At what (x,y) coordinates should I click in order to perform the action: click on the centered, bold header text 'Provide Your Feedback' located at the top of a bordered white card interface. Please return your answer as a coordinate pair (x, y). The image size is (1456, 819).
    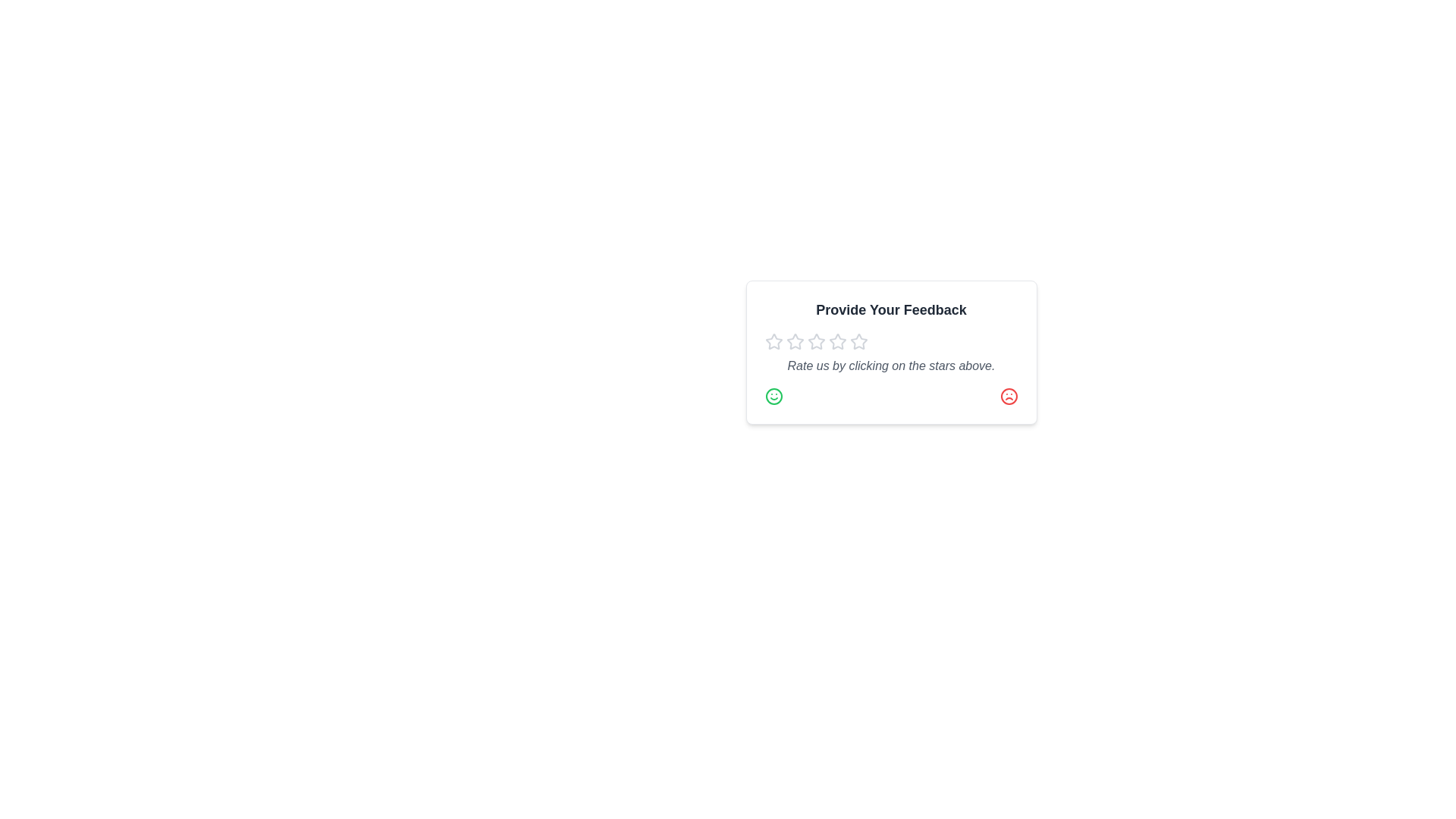
    Looking at the image, I should click on (891, 309).